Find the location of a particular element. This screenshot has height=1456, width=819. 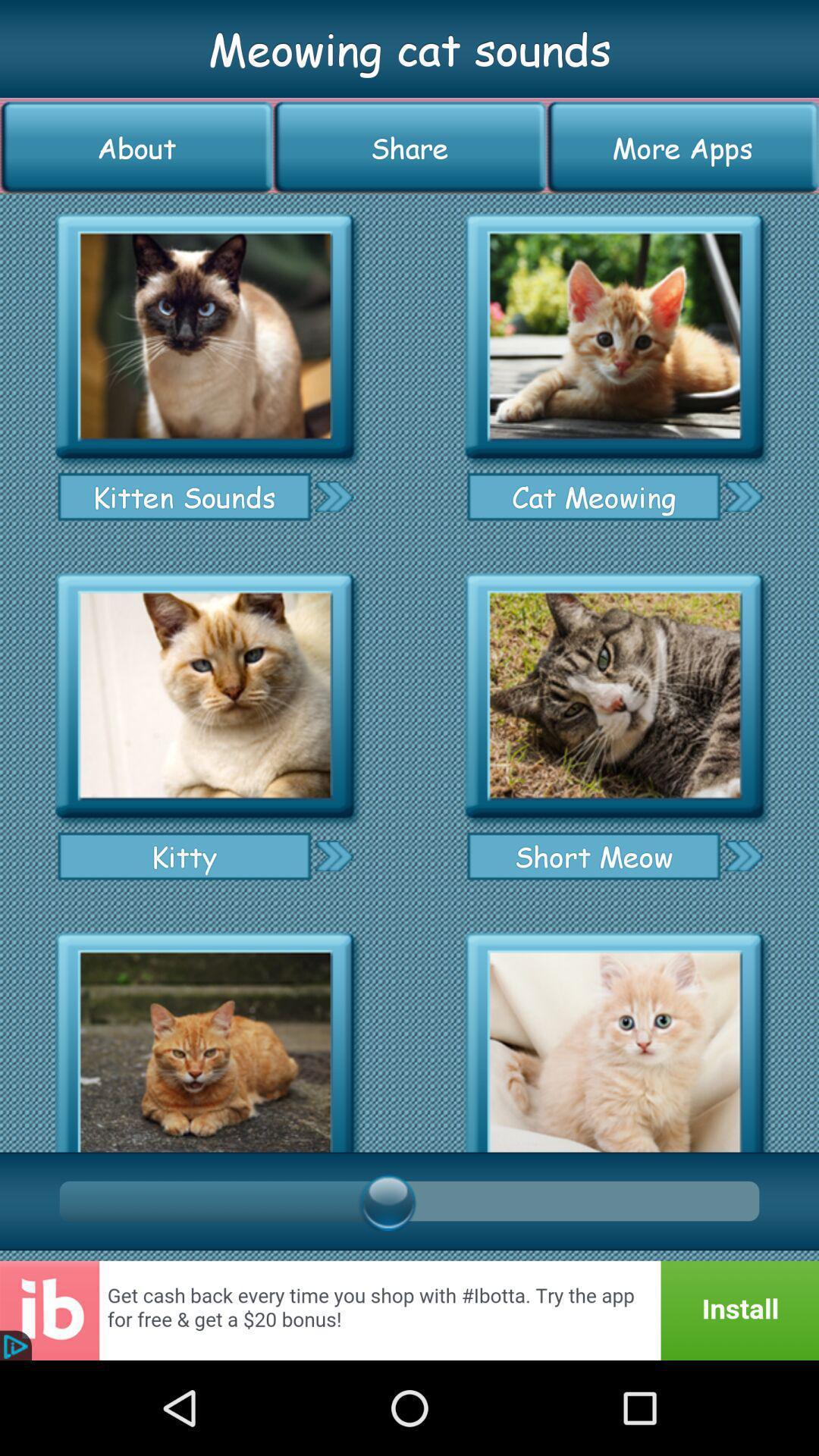

the share item is located at coordinates (409, 147).